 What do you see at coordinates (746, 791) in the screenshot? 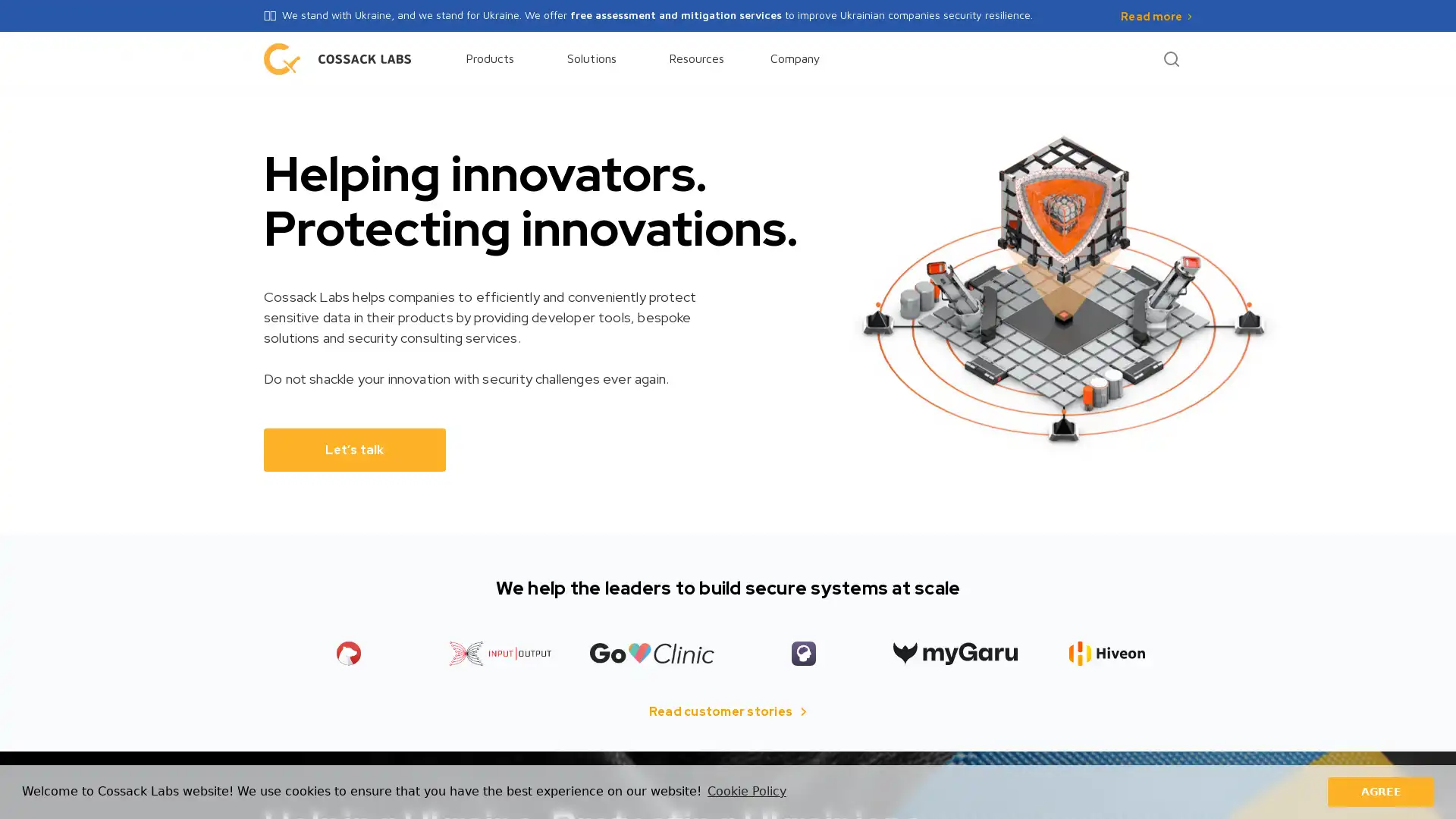
I see `learn more about cookies` at bounding box center [746, 791].